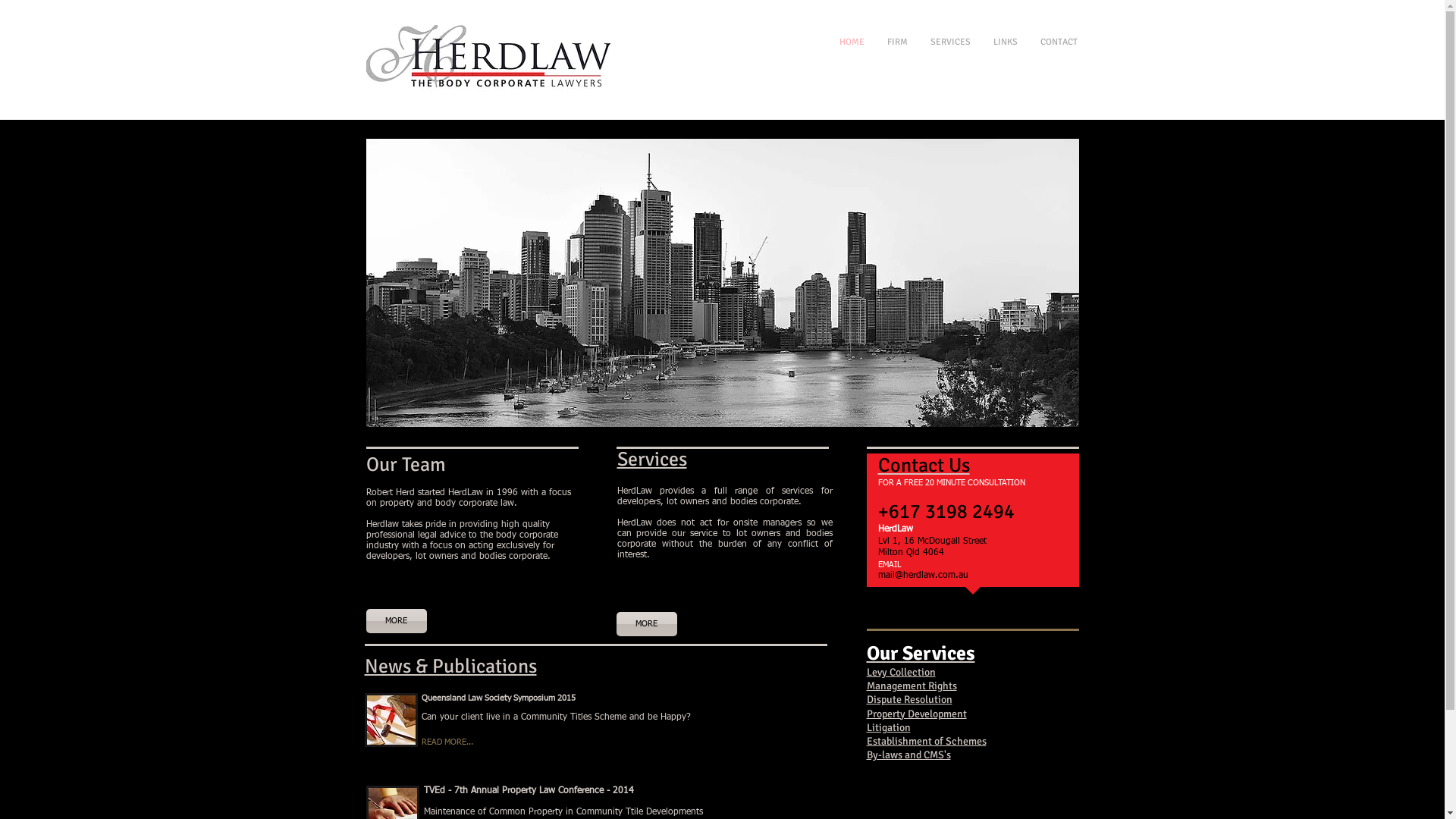  What do you see at coordinates (919, 652) in the screenshot?
I see `'Our Services'` at bounding box center [919, 652].